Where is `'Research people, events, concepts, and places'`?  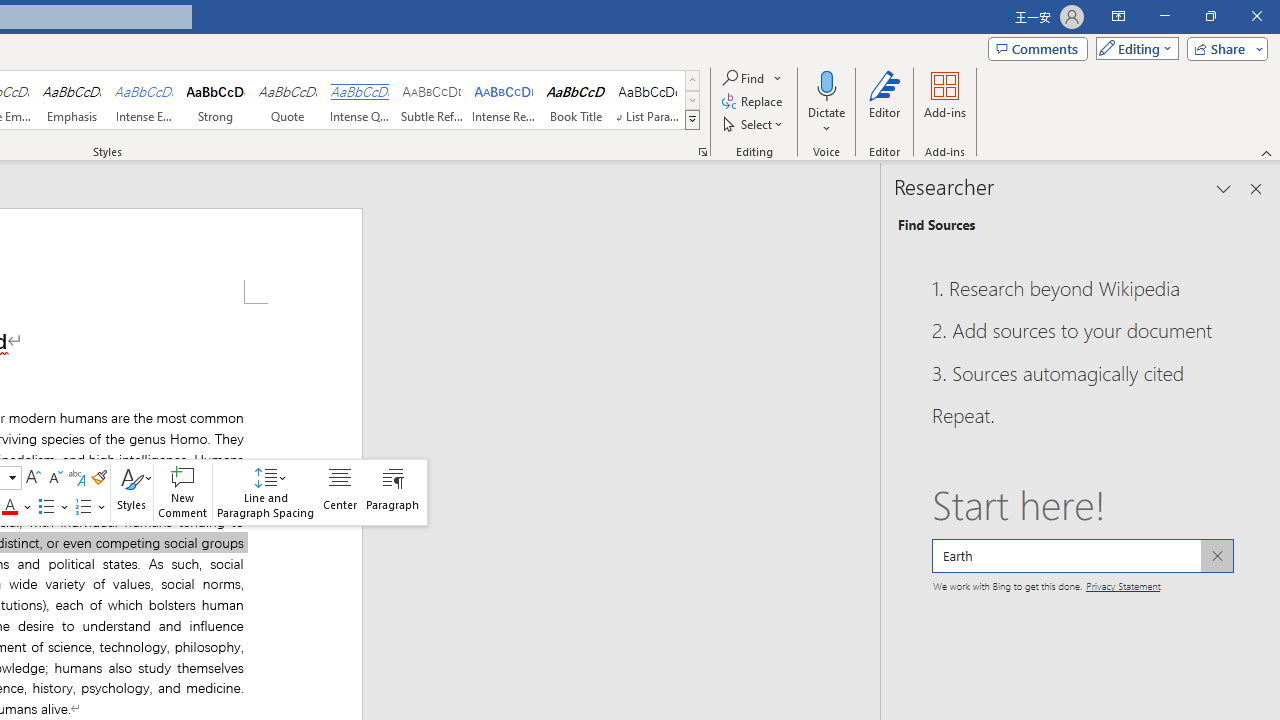
'Research people, events, concepts, and places' is located at coordinates (1081, 556).